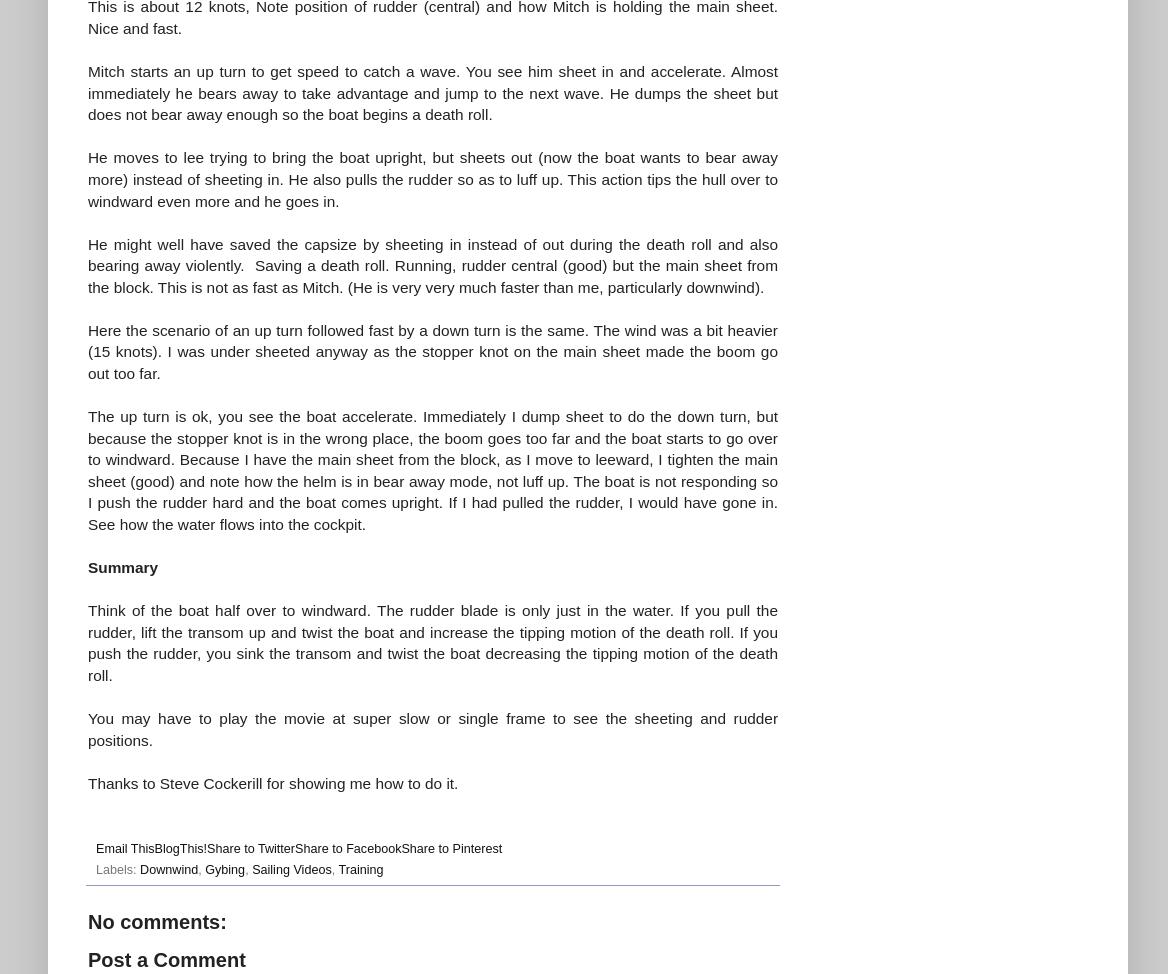  Describe the element at coordinates (431, 92) in the screenshot. I see `'accelerate. Almost immediately he bears
away to take advantage and jump to the next wave. He dumps the sheet but
does not bear away enough so the boat begins a death roll.'` at that location.